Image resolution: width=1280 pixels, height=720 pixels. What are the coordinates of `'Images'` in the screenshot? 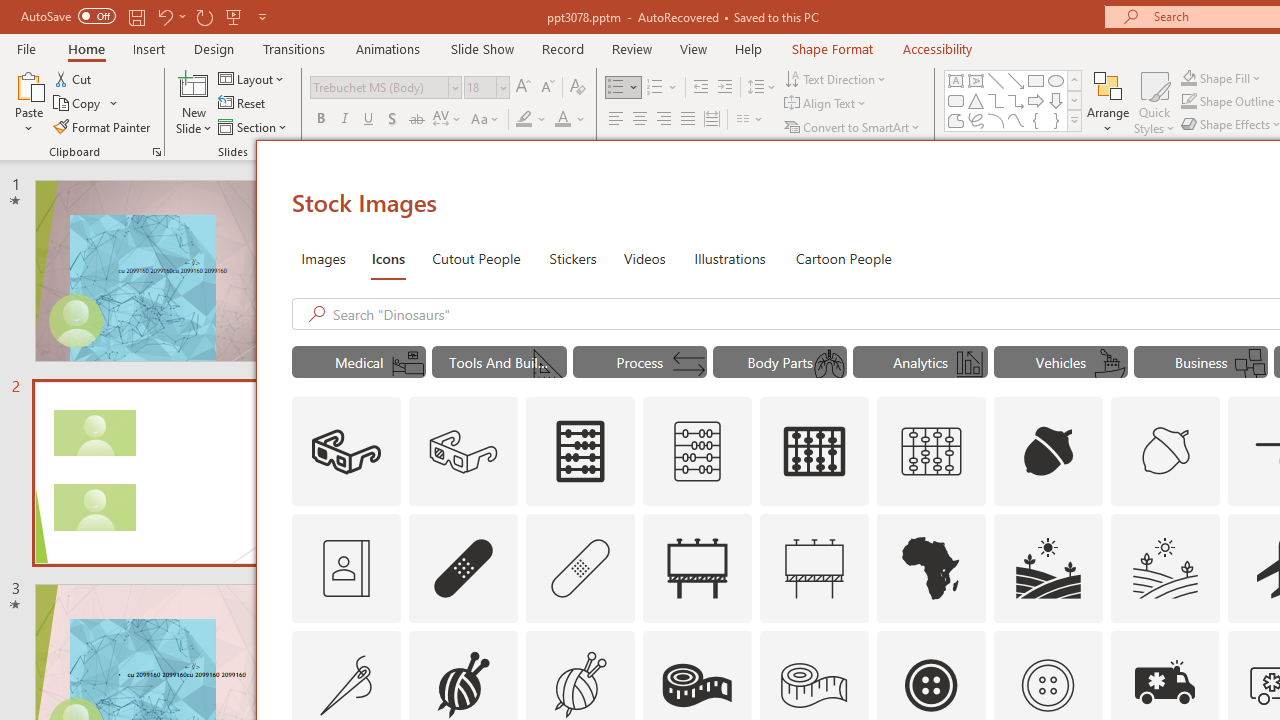 It's located at (323, 257).